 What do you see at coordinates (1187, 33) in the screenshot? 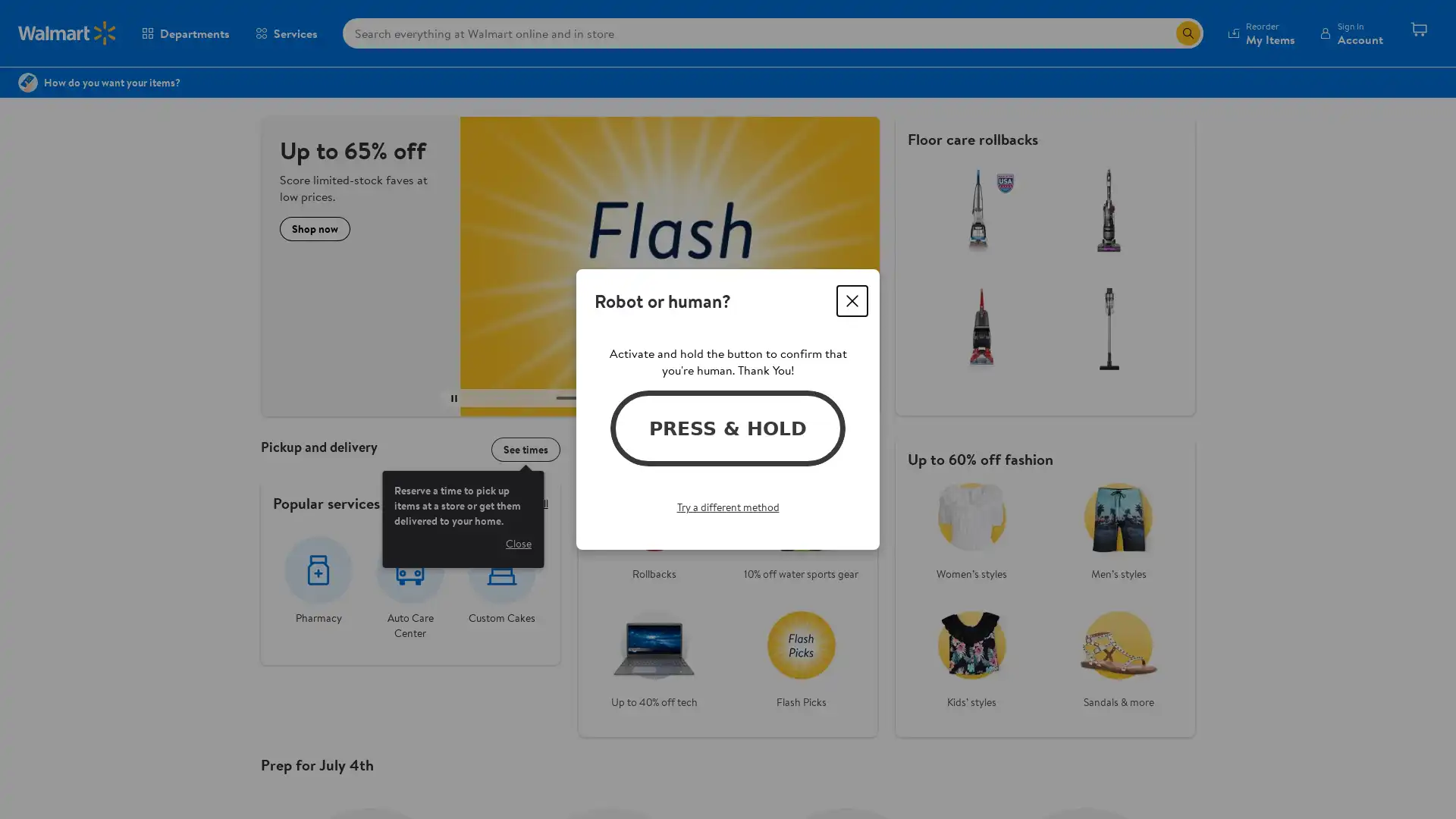
I see `Search icon` at bounding box center [1187, 33].